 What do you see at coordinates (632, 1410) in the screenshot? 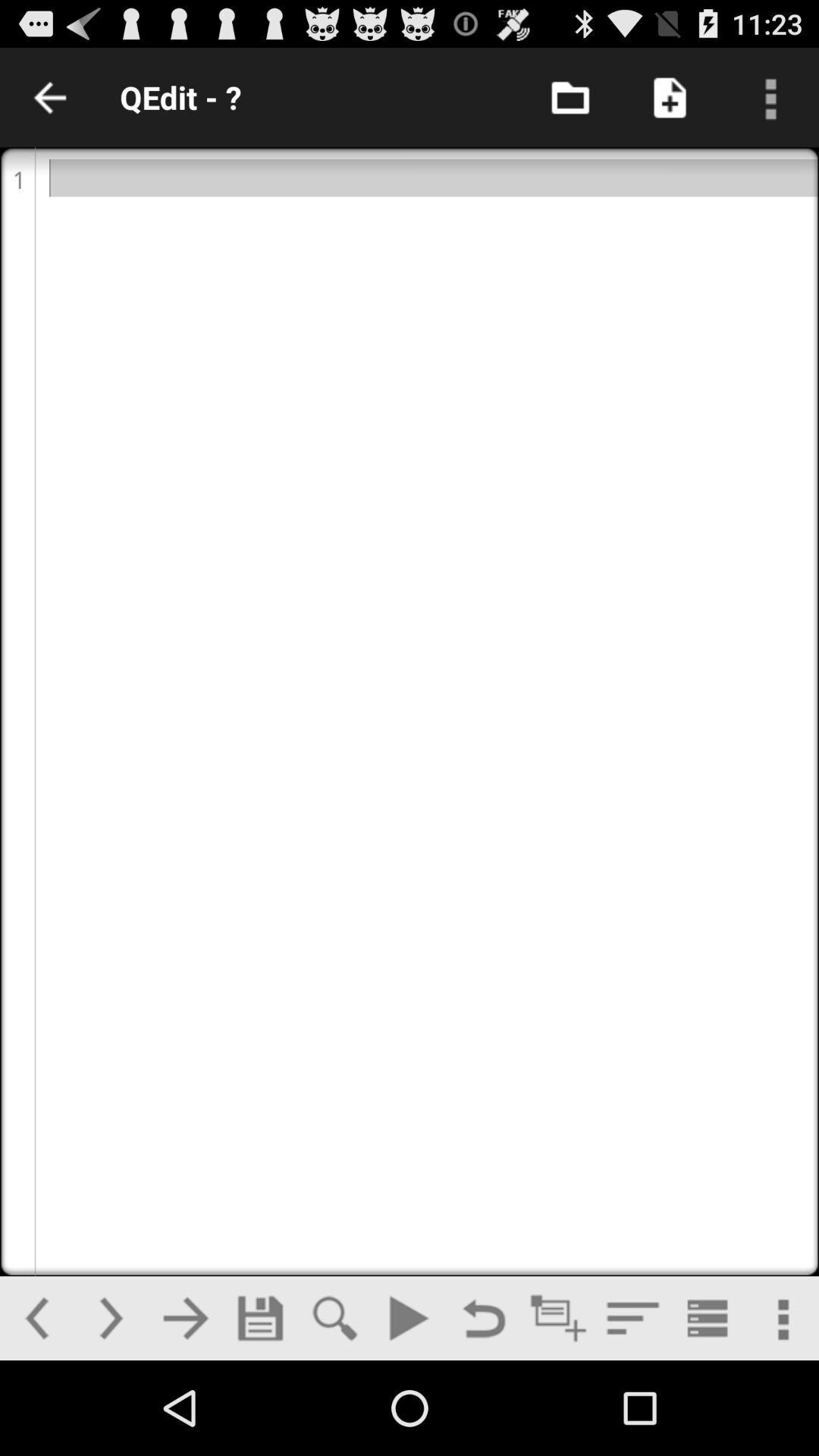
I see `the filter_list icon` at bounding box center [632, 1410].